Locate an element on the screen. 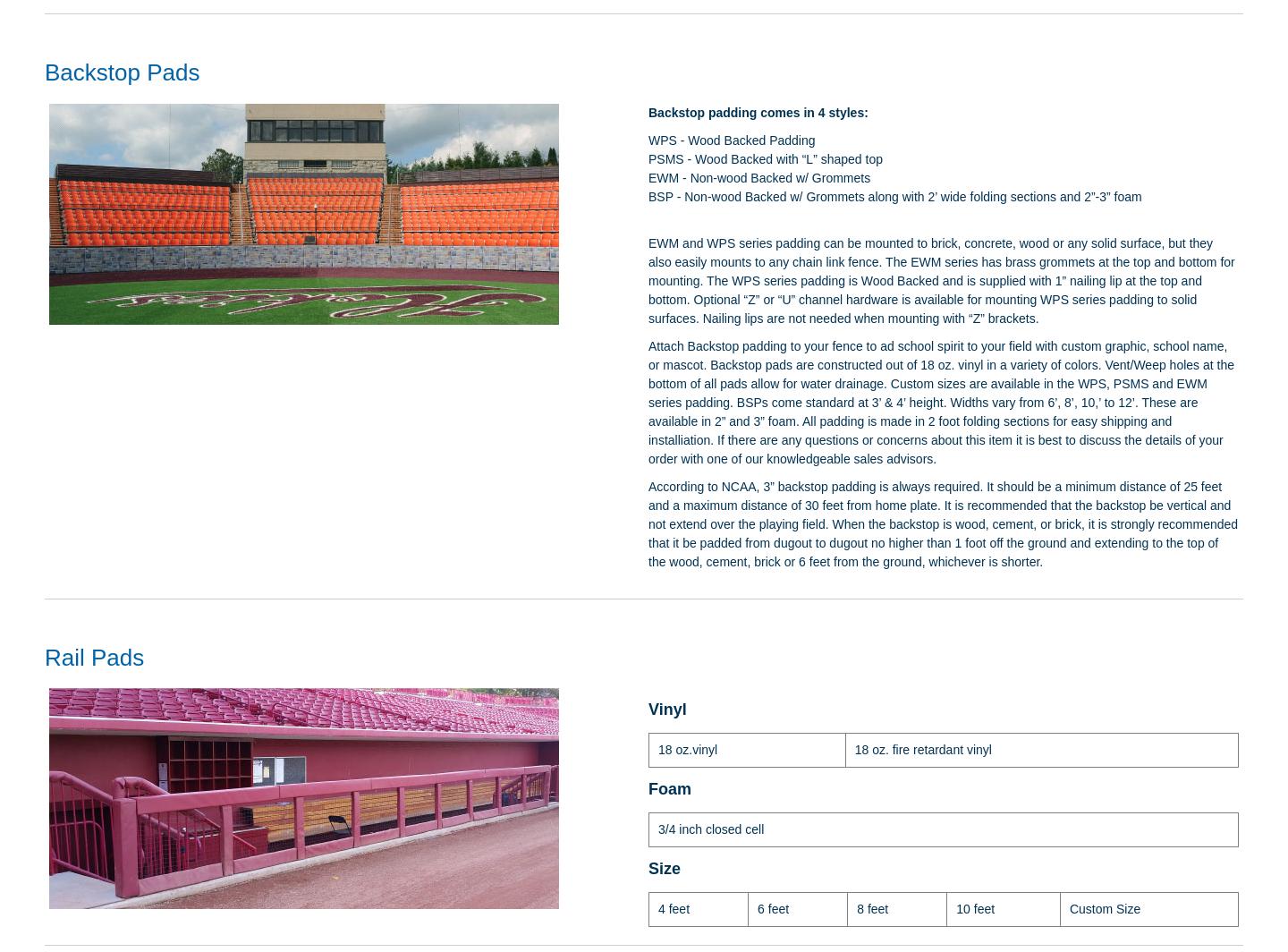 The width and height of the screenshot is (1288, 952). '8 feet' is located at coordinates (857, 907).